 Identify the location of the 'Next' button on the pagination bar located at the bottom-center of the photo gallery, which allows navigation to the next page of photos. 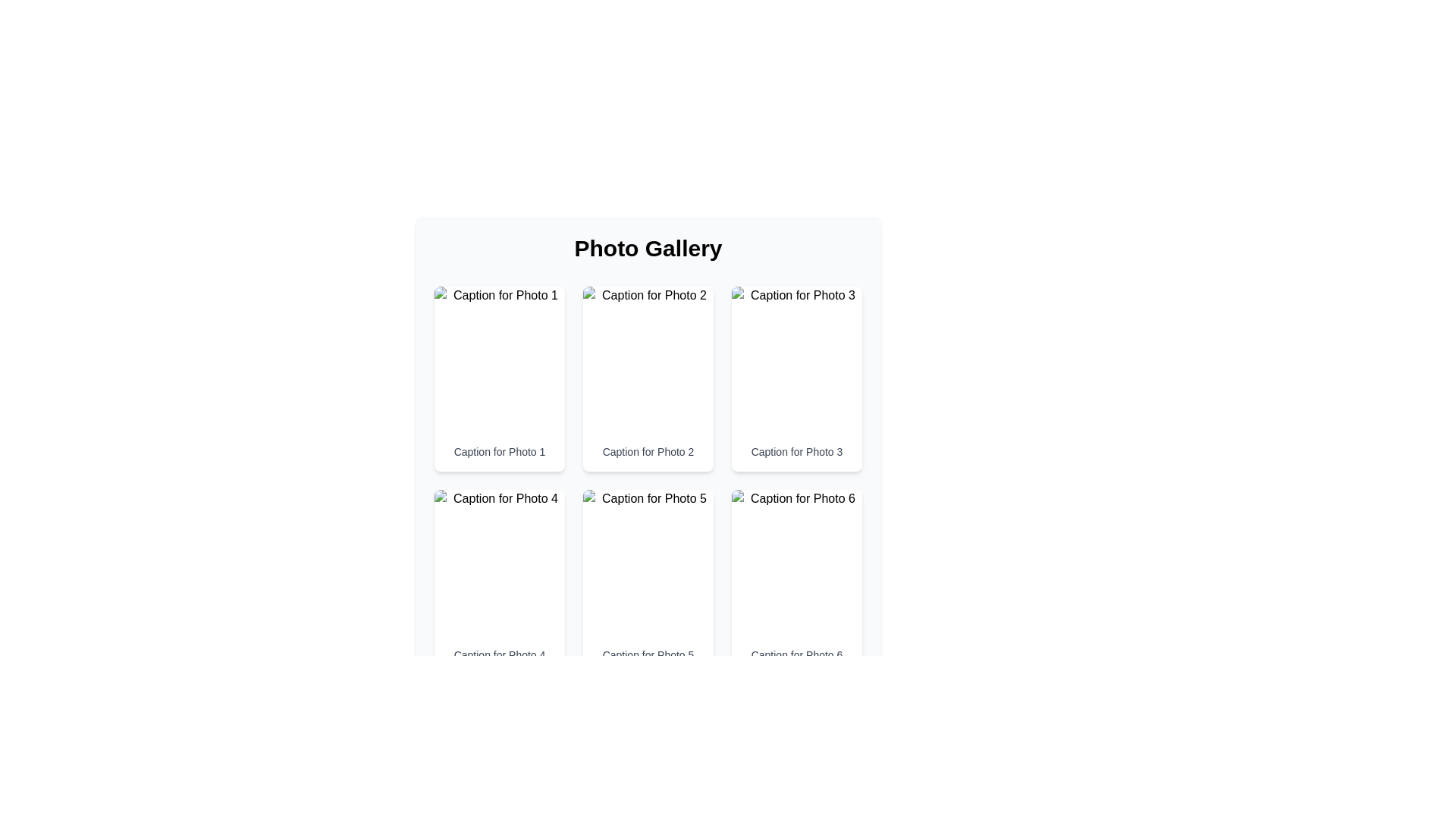
(648, 714).